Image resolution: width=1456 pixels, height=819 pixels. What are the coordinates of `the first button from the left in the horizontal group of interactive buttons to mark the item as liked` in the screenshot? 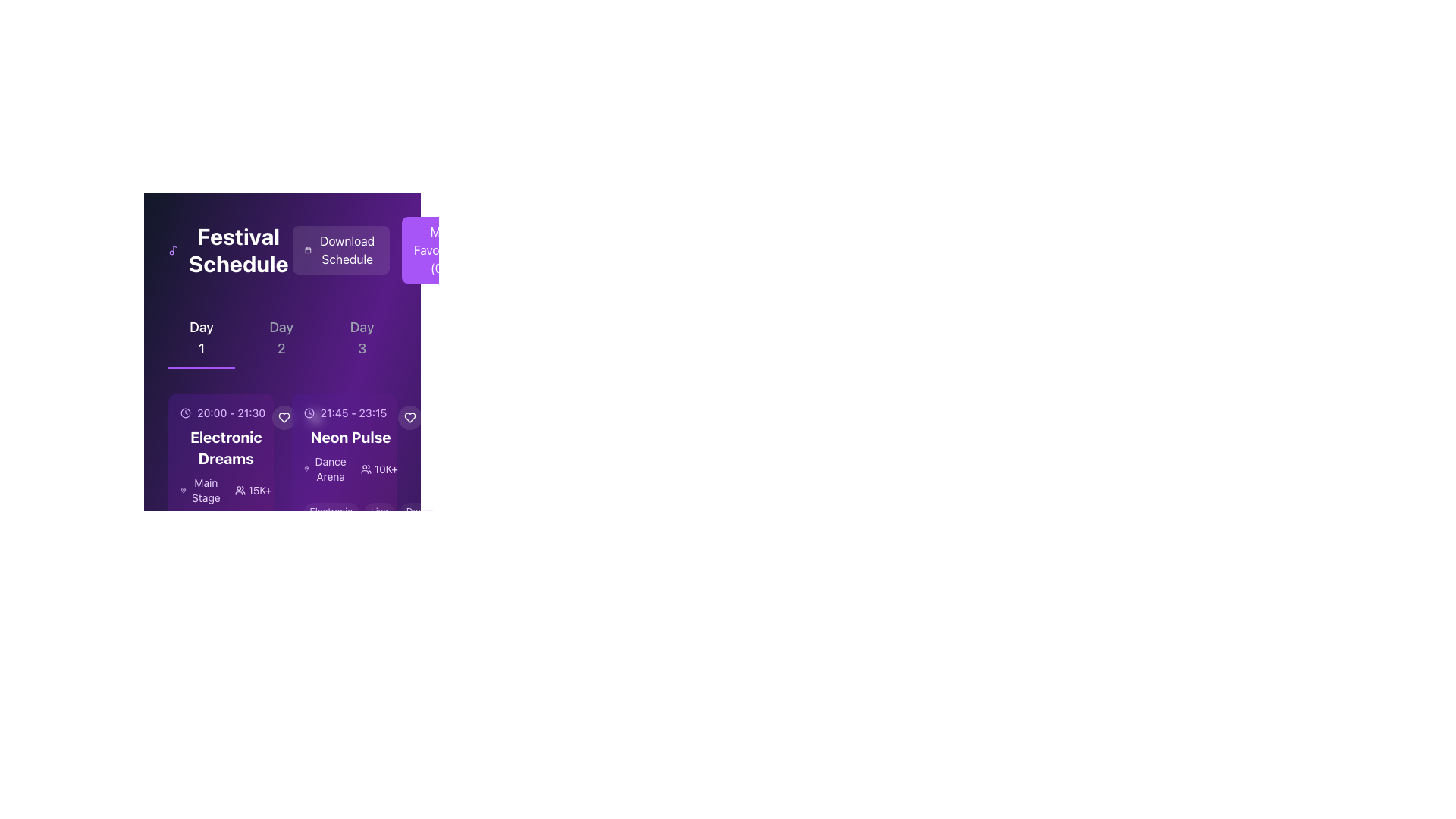 It's located at (315, 601).